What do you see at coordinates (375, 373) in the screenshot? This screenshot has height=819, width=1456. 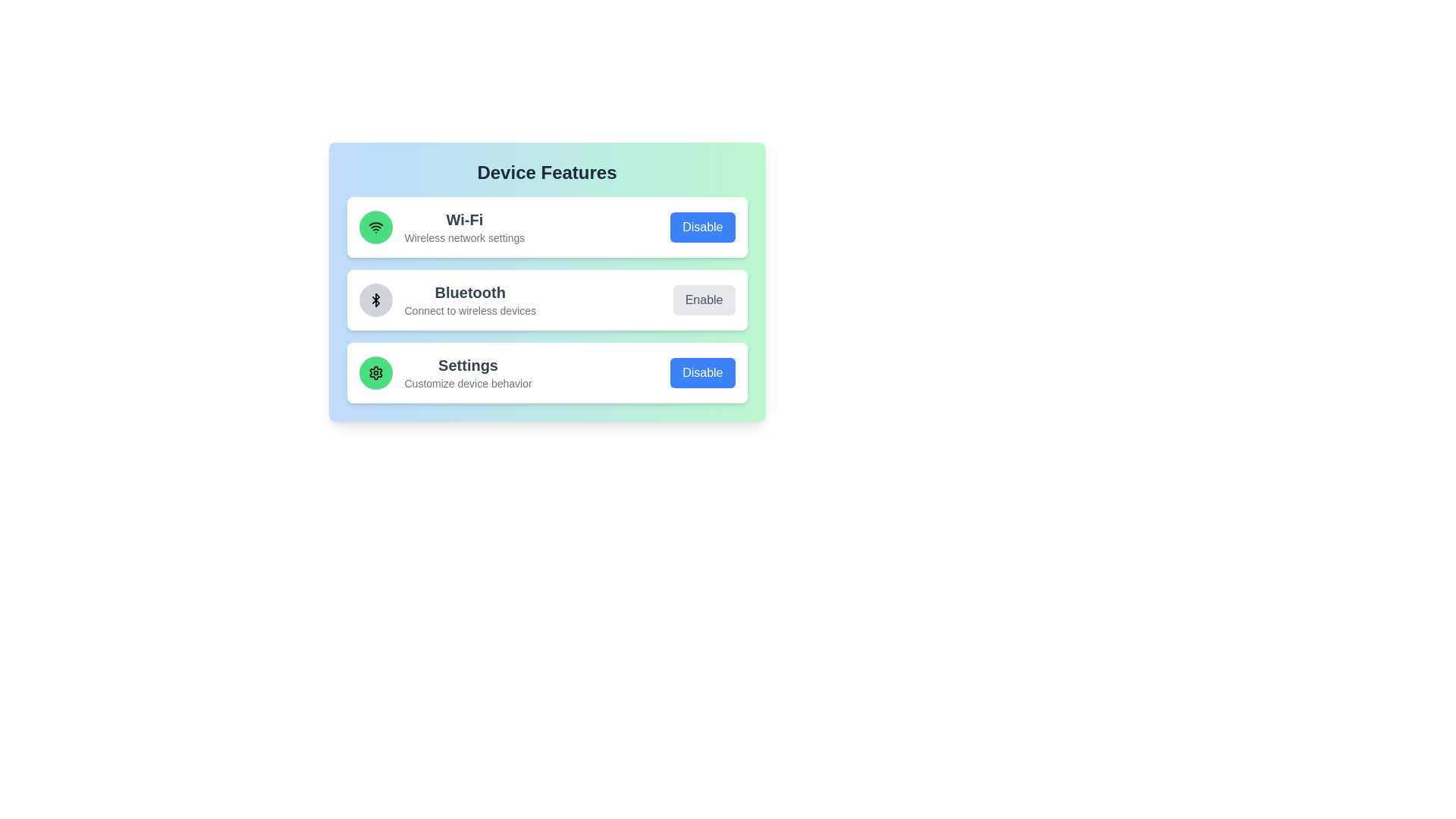 I see `the icon representing the Settings feature` at bounding box center [375, 373].